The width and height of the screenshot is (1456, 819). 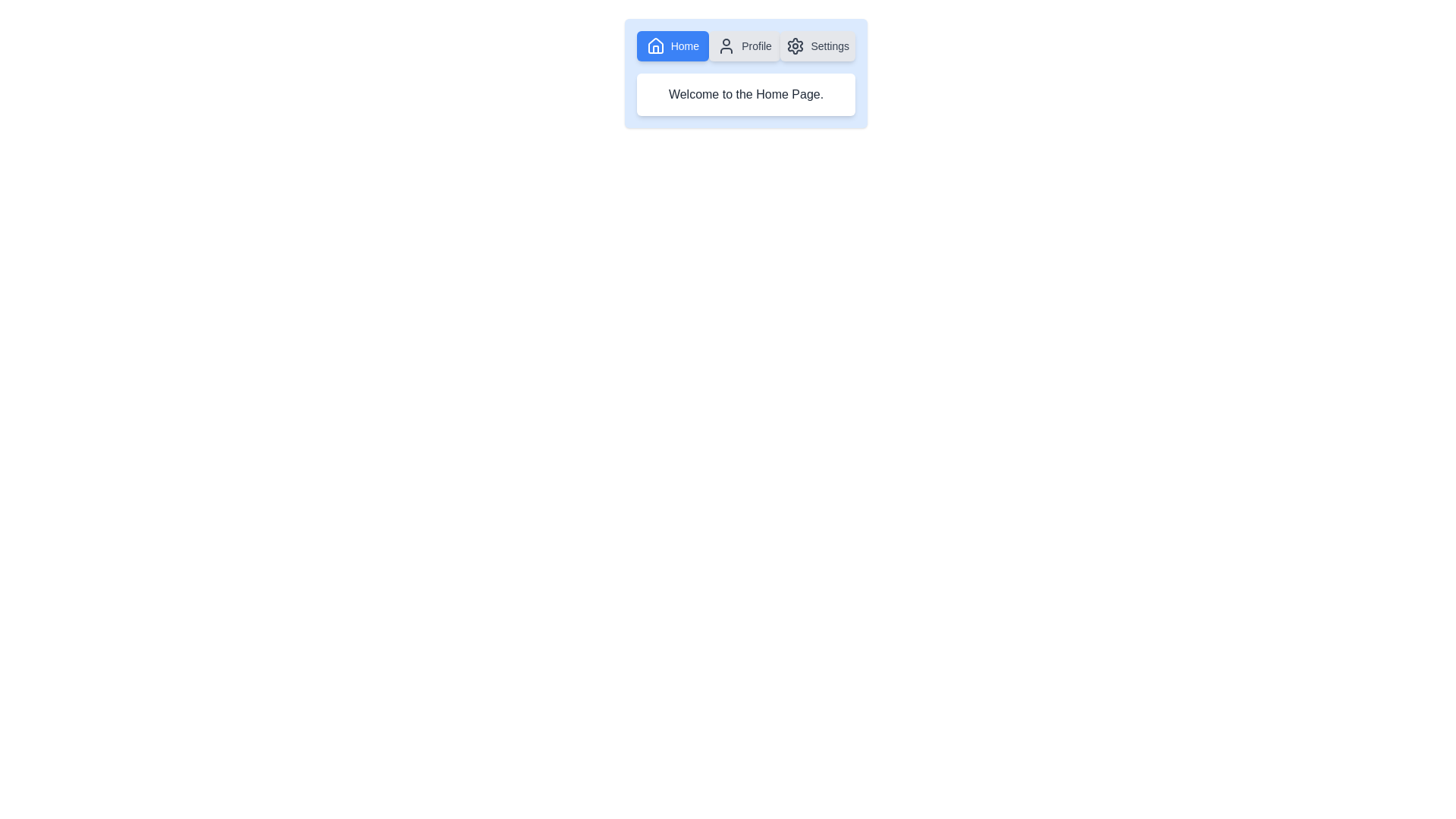 What do you see at coordinates (655, 45) in the screenshot?
I see `the homepage icon` at bounding box center [655, 45].